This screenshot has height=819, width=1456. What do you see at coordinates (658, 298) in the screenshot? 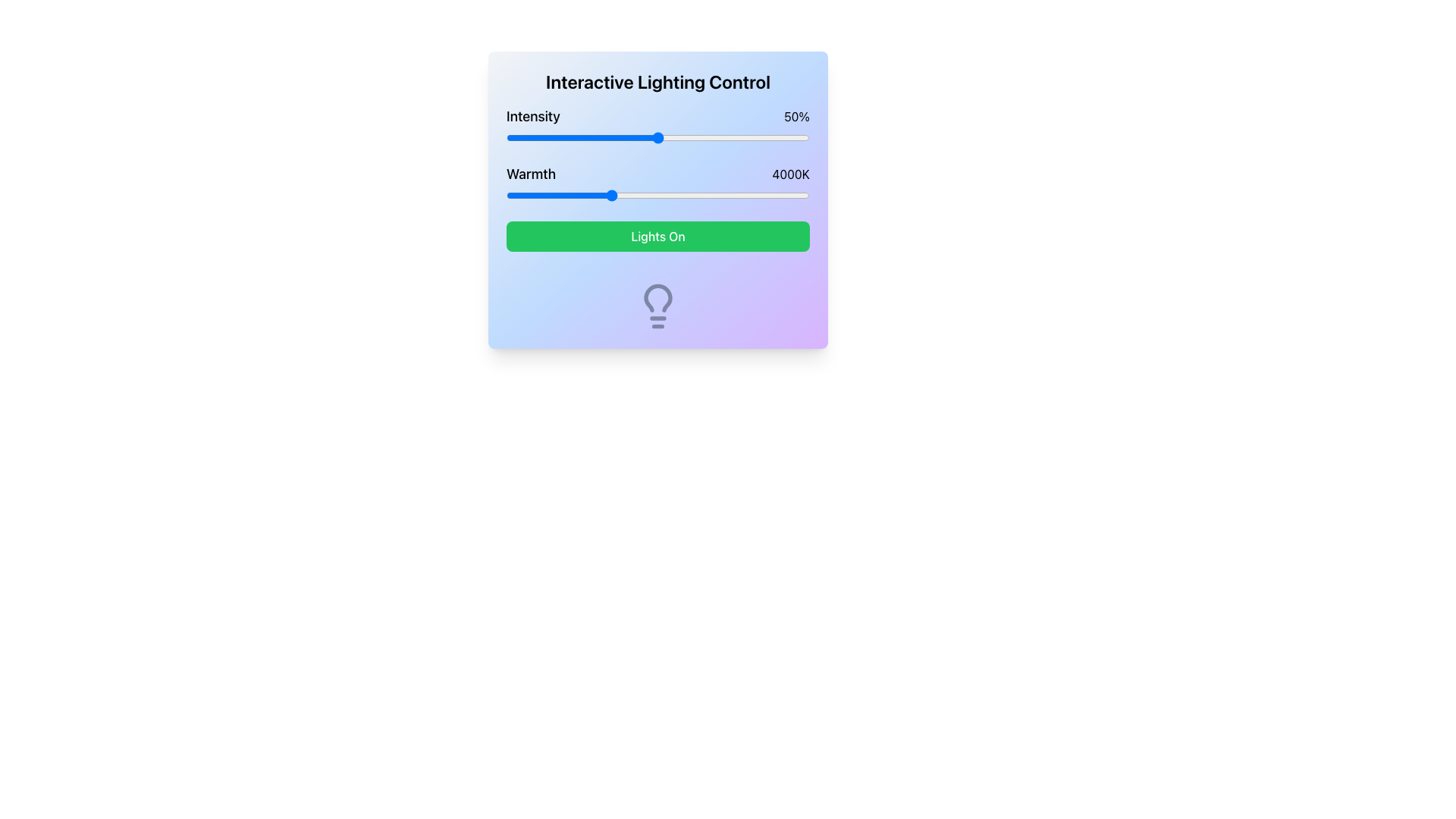
I see `the decorative lightbulb inner detailing icon located at the center top part of the bulb illustration` at bounding box center [658, 298].